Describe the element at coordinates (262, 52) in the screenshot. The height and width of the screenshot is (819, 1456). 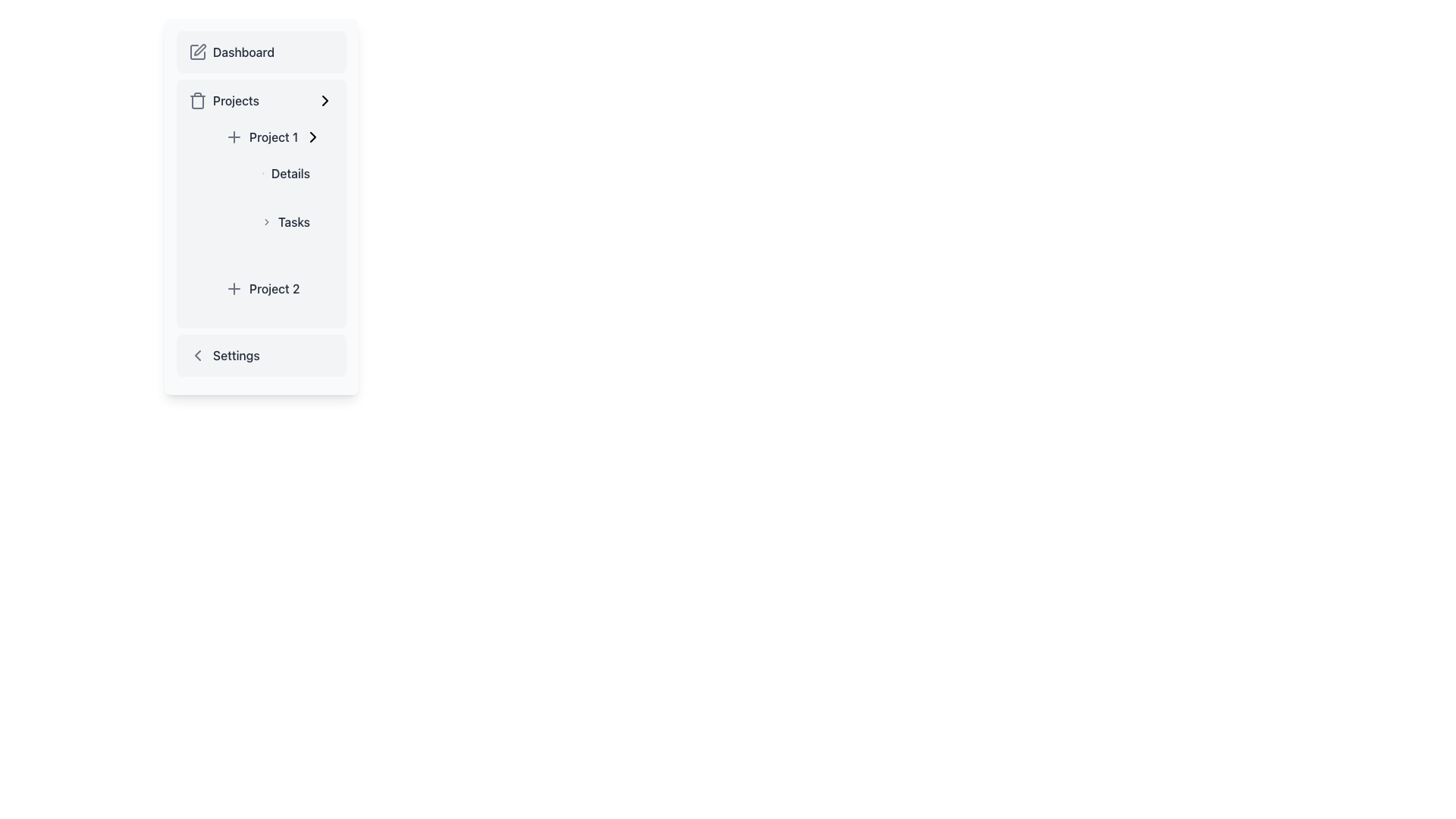
I see `the 'Dashboard' text label with pen icon located at the top of the sidebar menu, which has a light gray background and rounded corners` at that location.